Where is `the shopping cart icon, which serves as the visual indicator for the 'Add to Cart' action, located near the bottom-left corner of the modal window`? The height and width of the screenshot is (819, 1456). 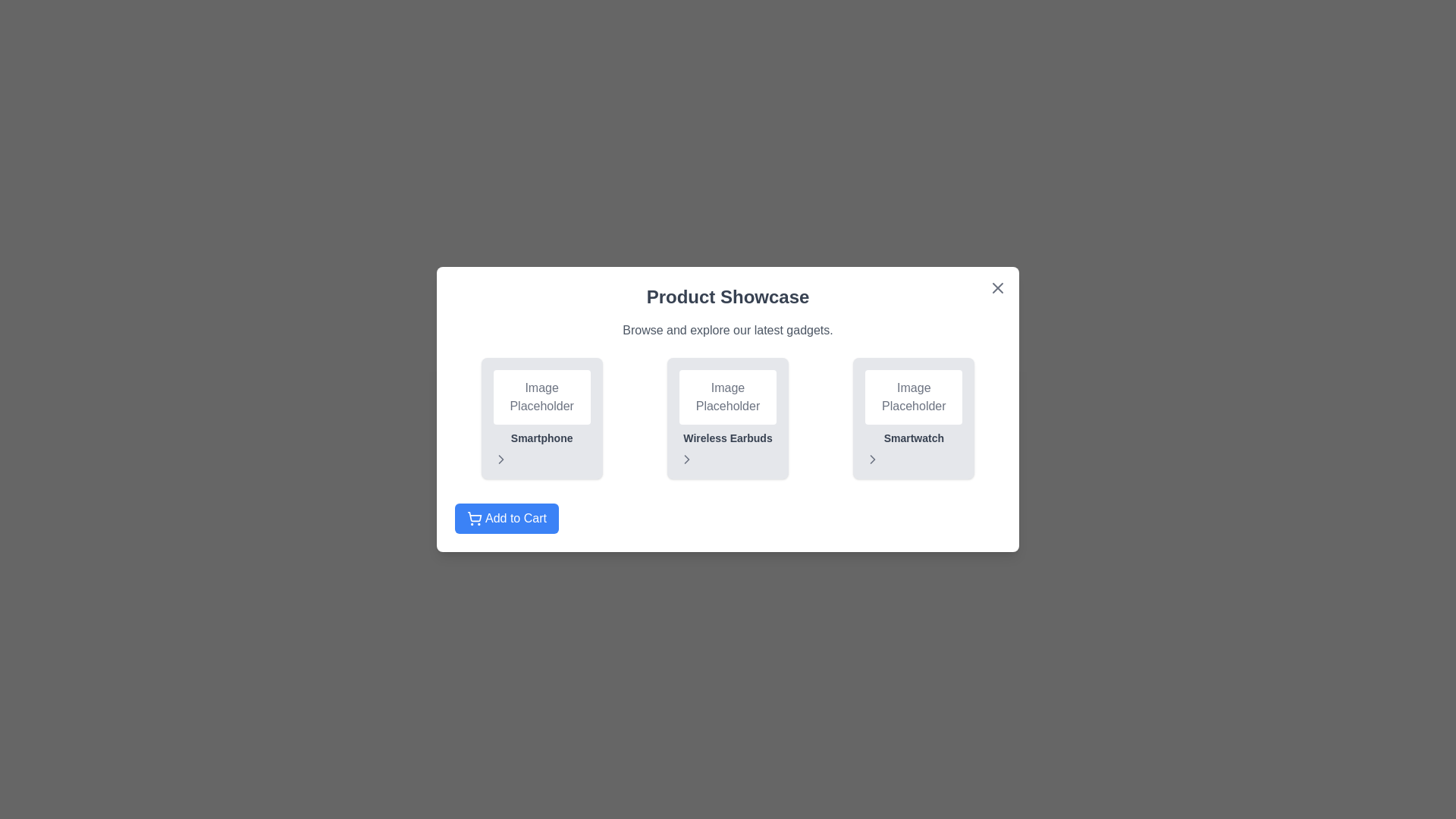
the shopping cart icon, which serves as the visual indicator for the 'Add to Cart' action, located near the bottom-left corner of the modal window is located at coordinates (474, 516).